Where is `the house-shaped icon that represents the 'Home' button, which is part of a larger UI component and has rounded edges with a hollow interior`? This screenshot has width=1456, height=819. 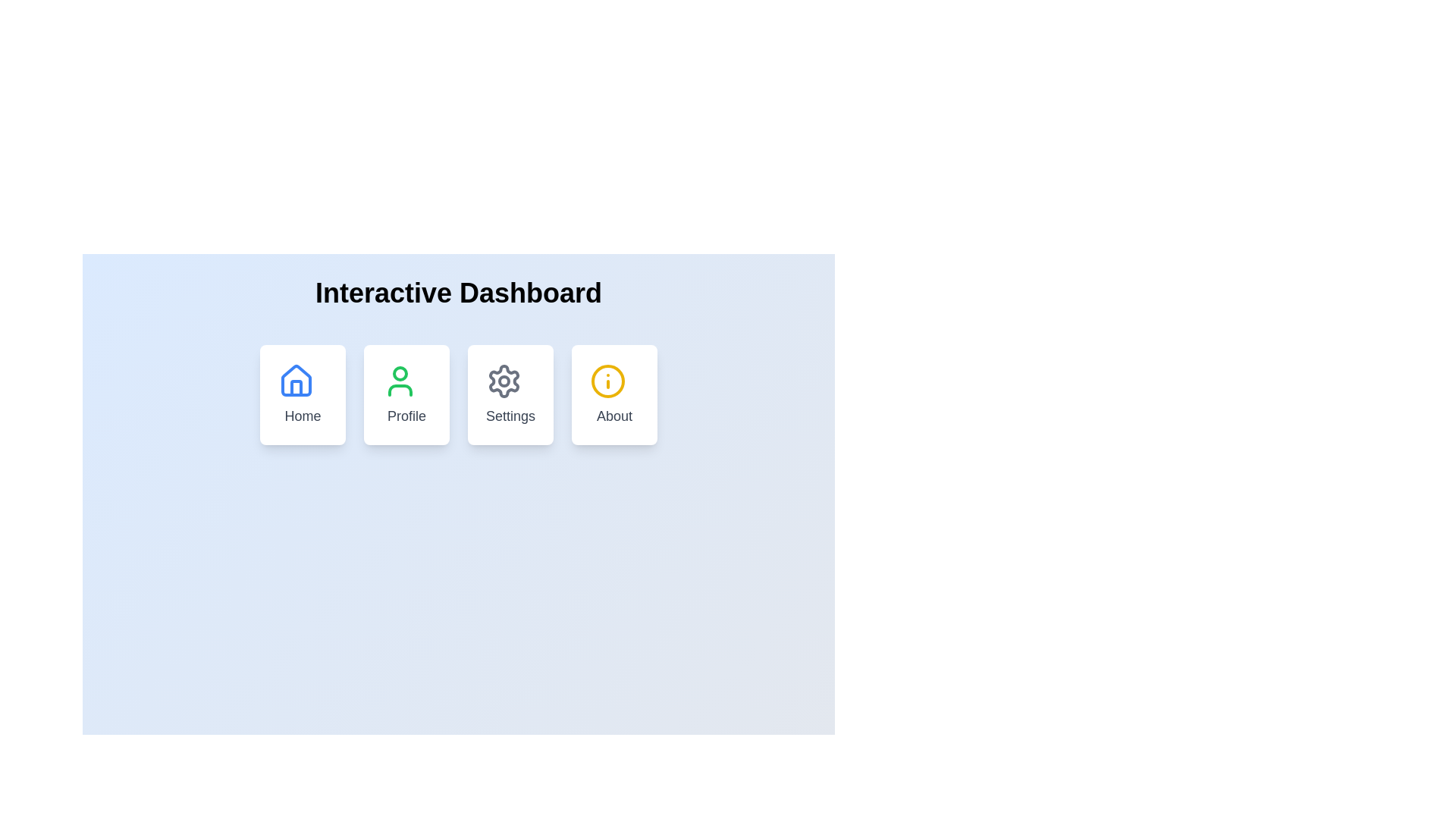
the house-shaped icon that represents the 'Home' button, which is part of a larger UI component and has rounded edges with a hollow interior is located at coordinates (296, 379).